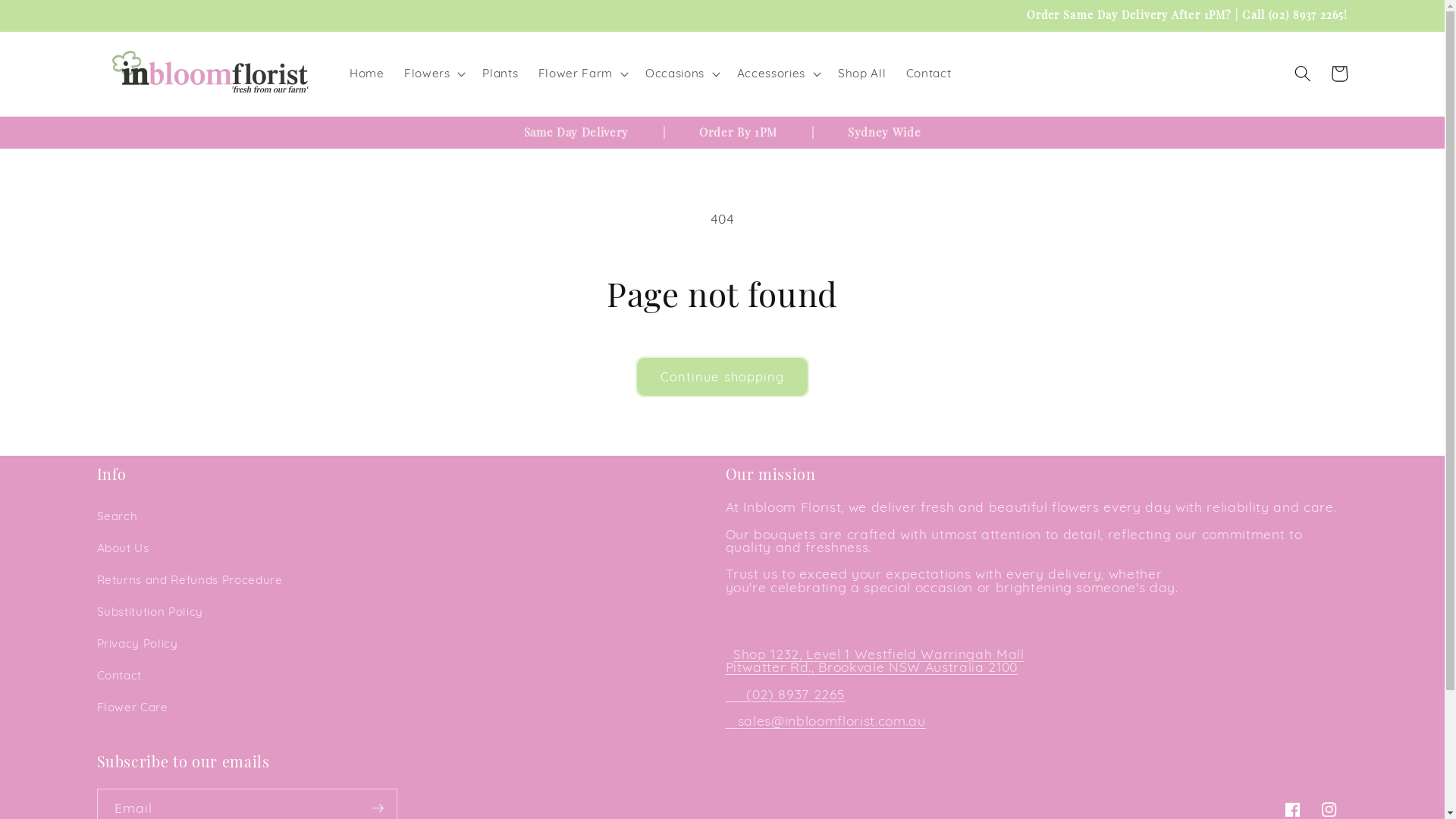 This screenshot has height=819, width=1456. I want to click on 'Privacy Policy', so click(137, 643).